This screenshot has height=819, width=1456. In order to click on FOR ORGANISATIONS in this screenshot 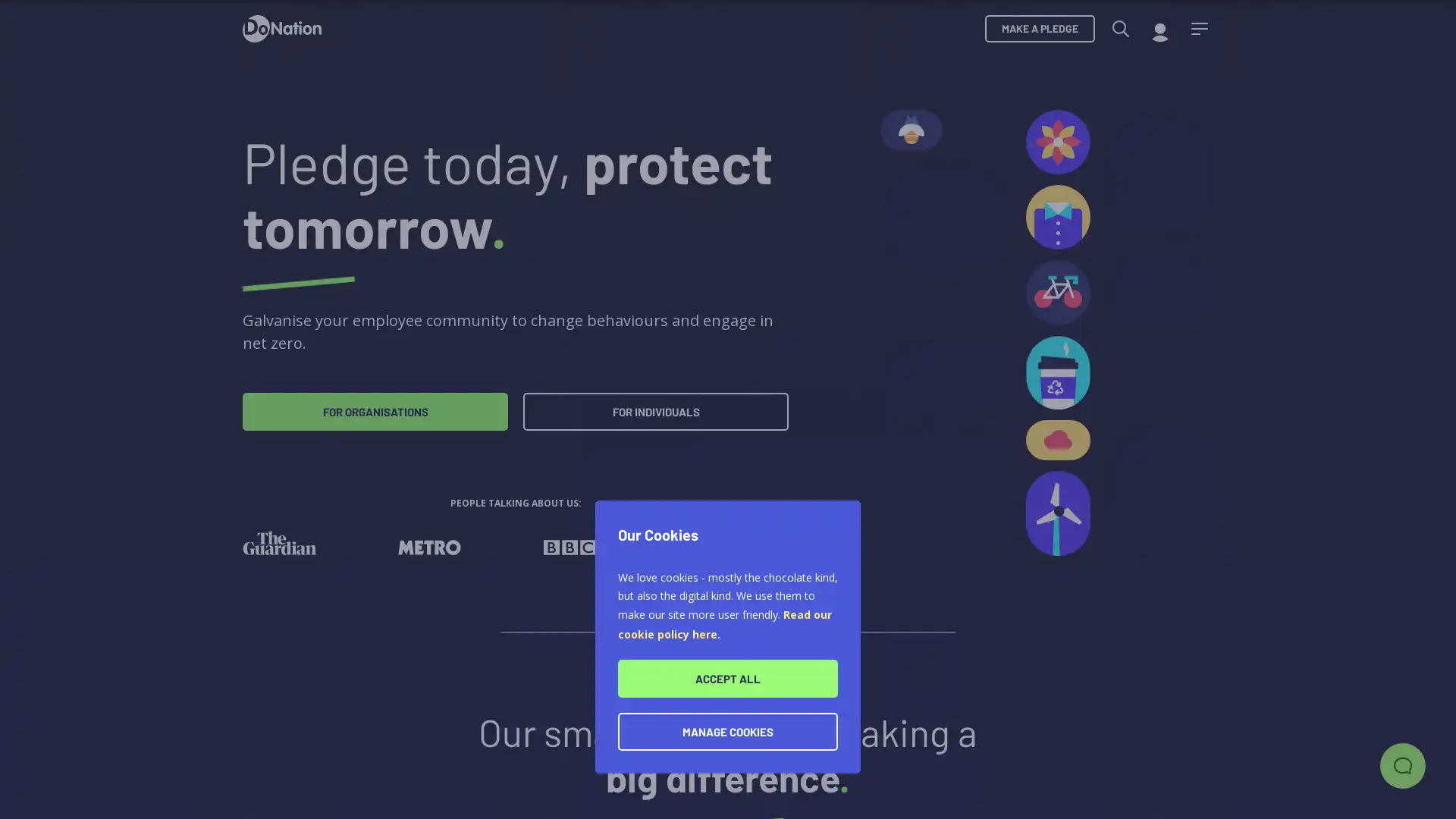, I will do `click(375, 412)`.